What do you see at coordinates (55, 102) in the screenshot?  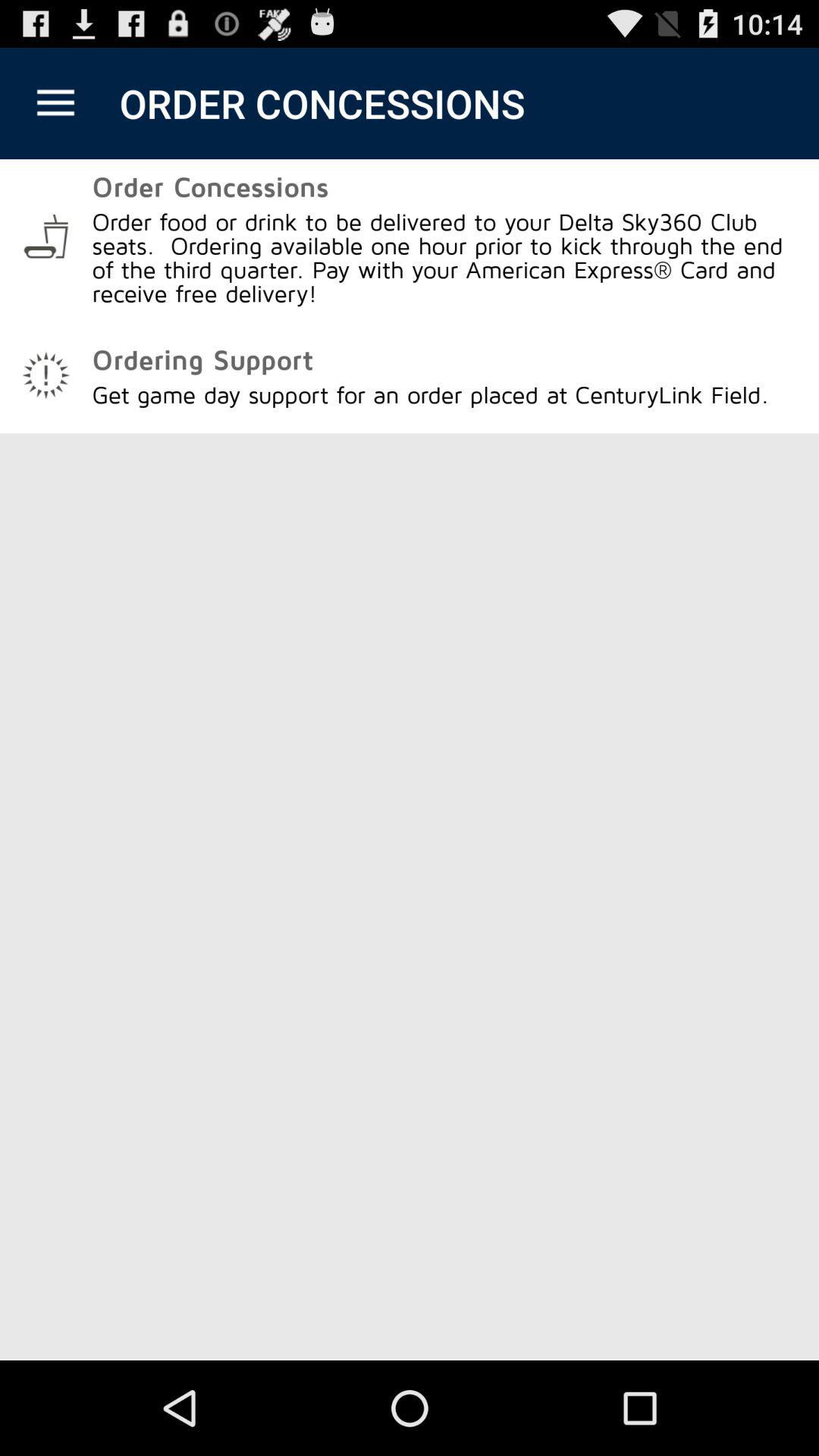 I see `the item next to order concessions app` at bounding box center [55, 102].